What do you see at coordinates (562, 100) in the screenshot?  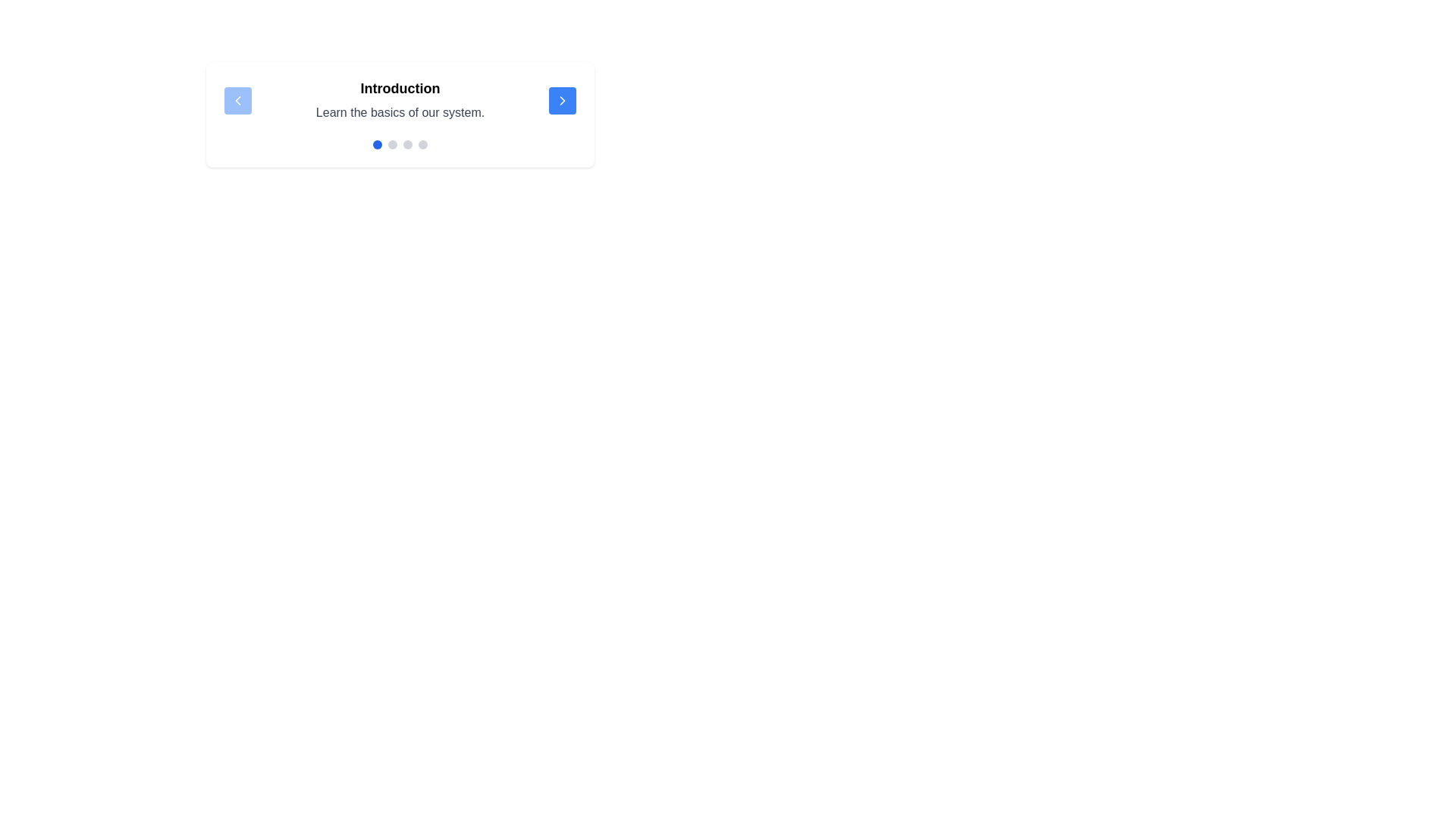 I see `the right-pointing chevron icon located in the top-right corner of the white rectangular section that contains text and a pagination indicator` at bounding box center [562, 100].